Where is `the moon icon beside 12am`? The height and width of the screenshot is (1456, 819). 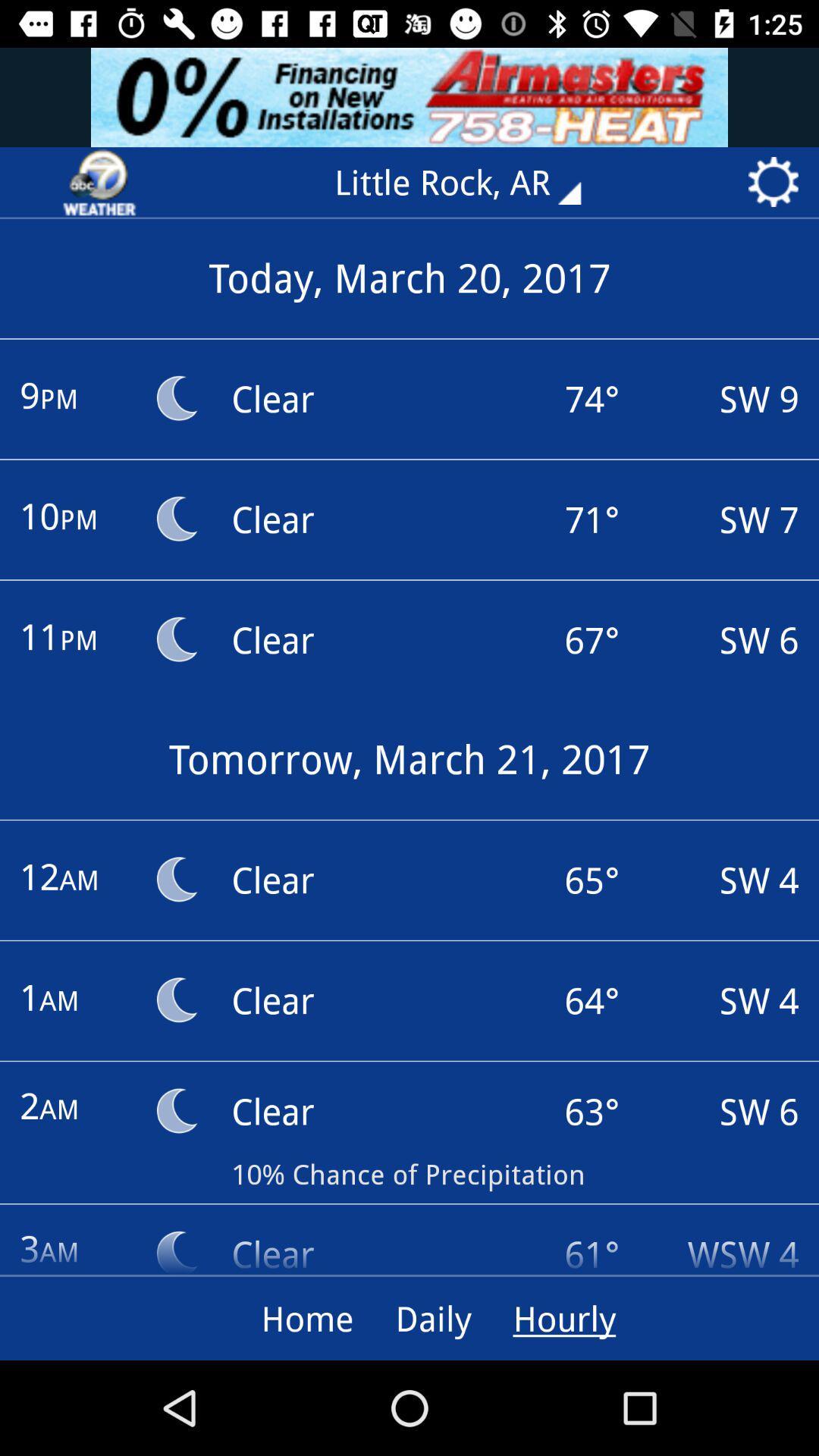 the moon icon beside 12am is located at coordinates (174, 880).